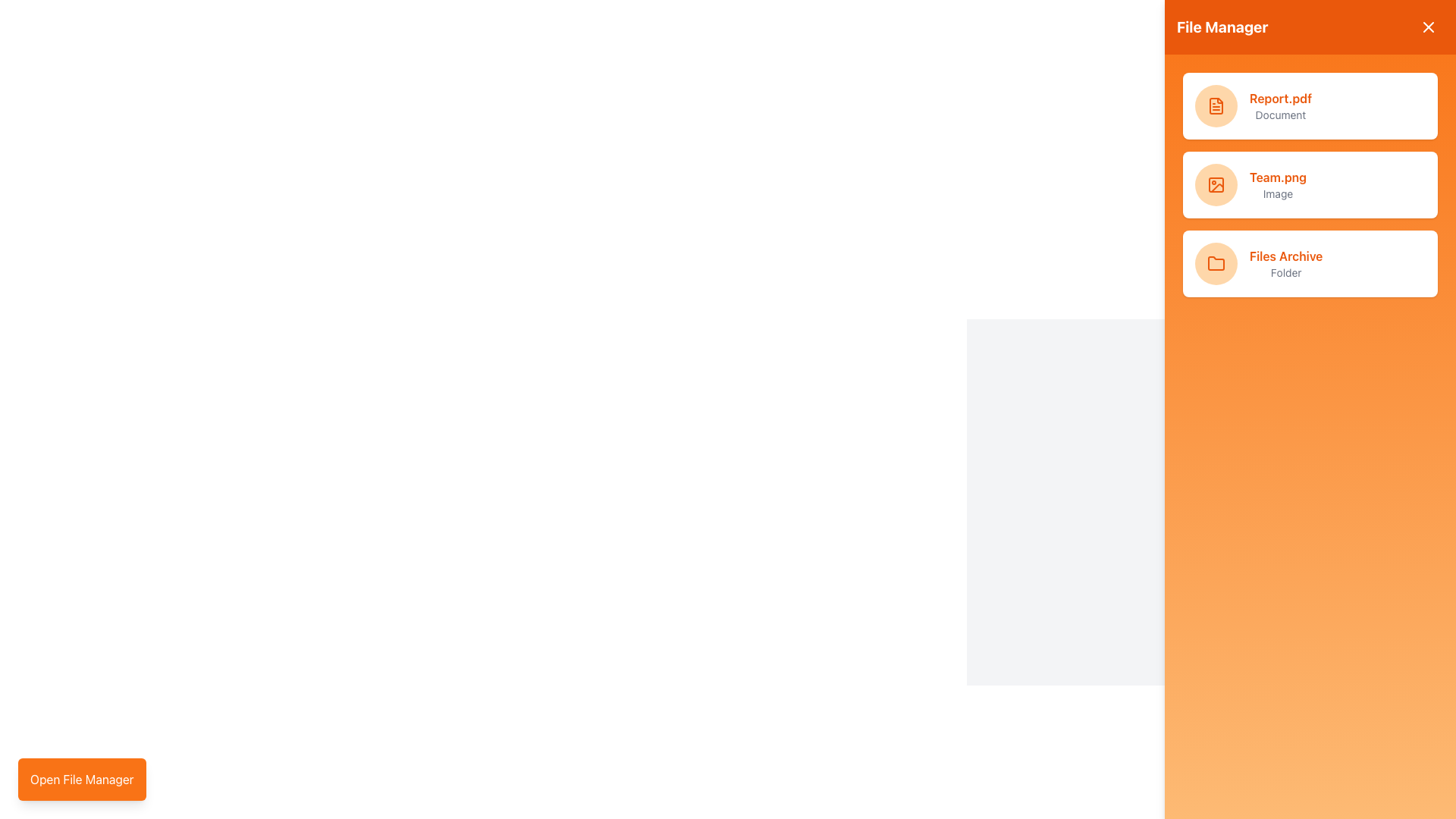  What do you see at coordinates (1277, 177) in the screenshot?
I see `the text label identifying the file named 'Team.png' within the file manager` at bounding box center [1277, 177].